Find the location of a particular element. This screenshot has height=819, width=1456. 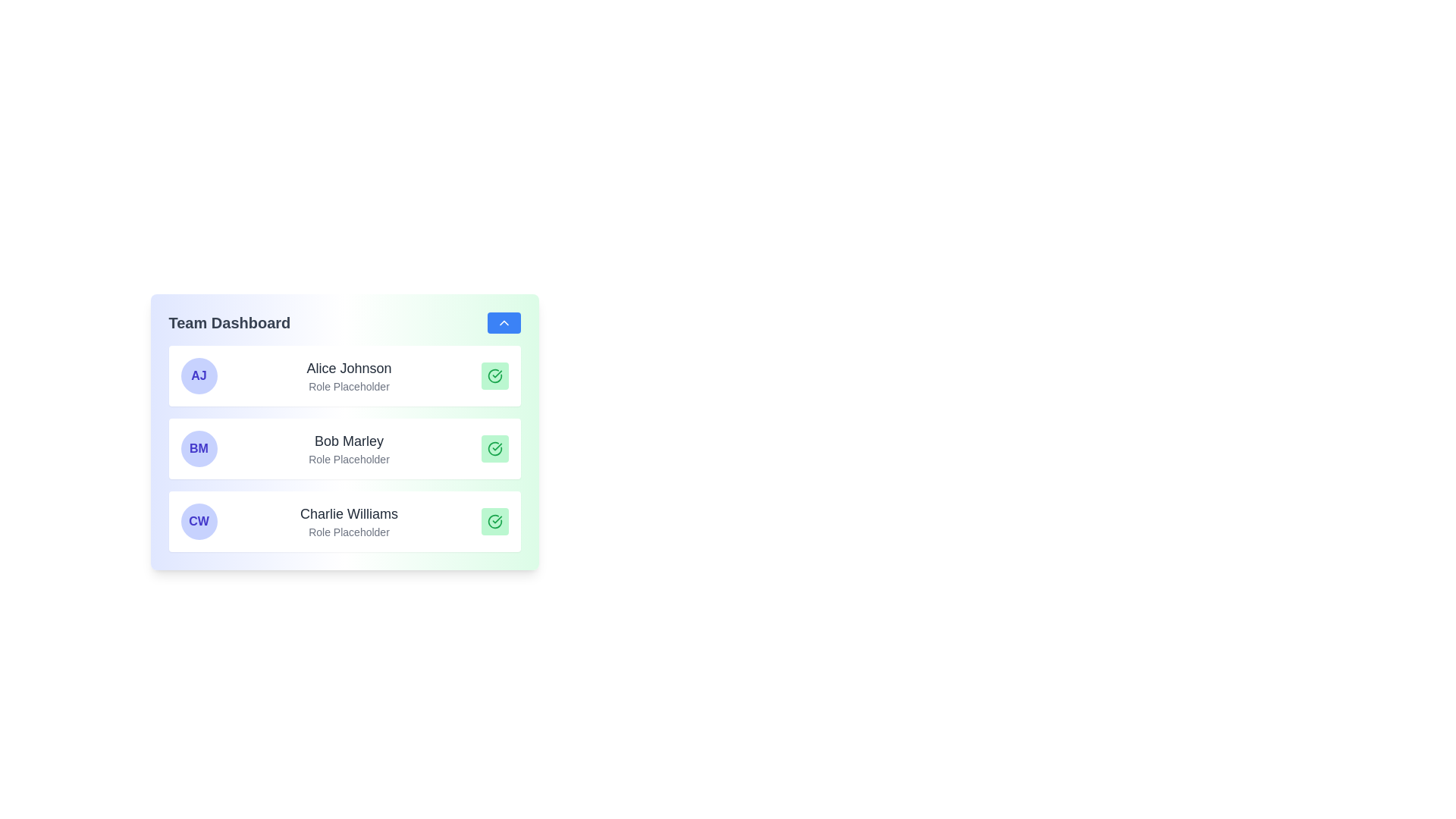

the profile icon representing the user 'Bob Marley', which is located in the second position of a list and aligned to the left of the name 'Bob Marley' is located at coordinates (198, 447).